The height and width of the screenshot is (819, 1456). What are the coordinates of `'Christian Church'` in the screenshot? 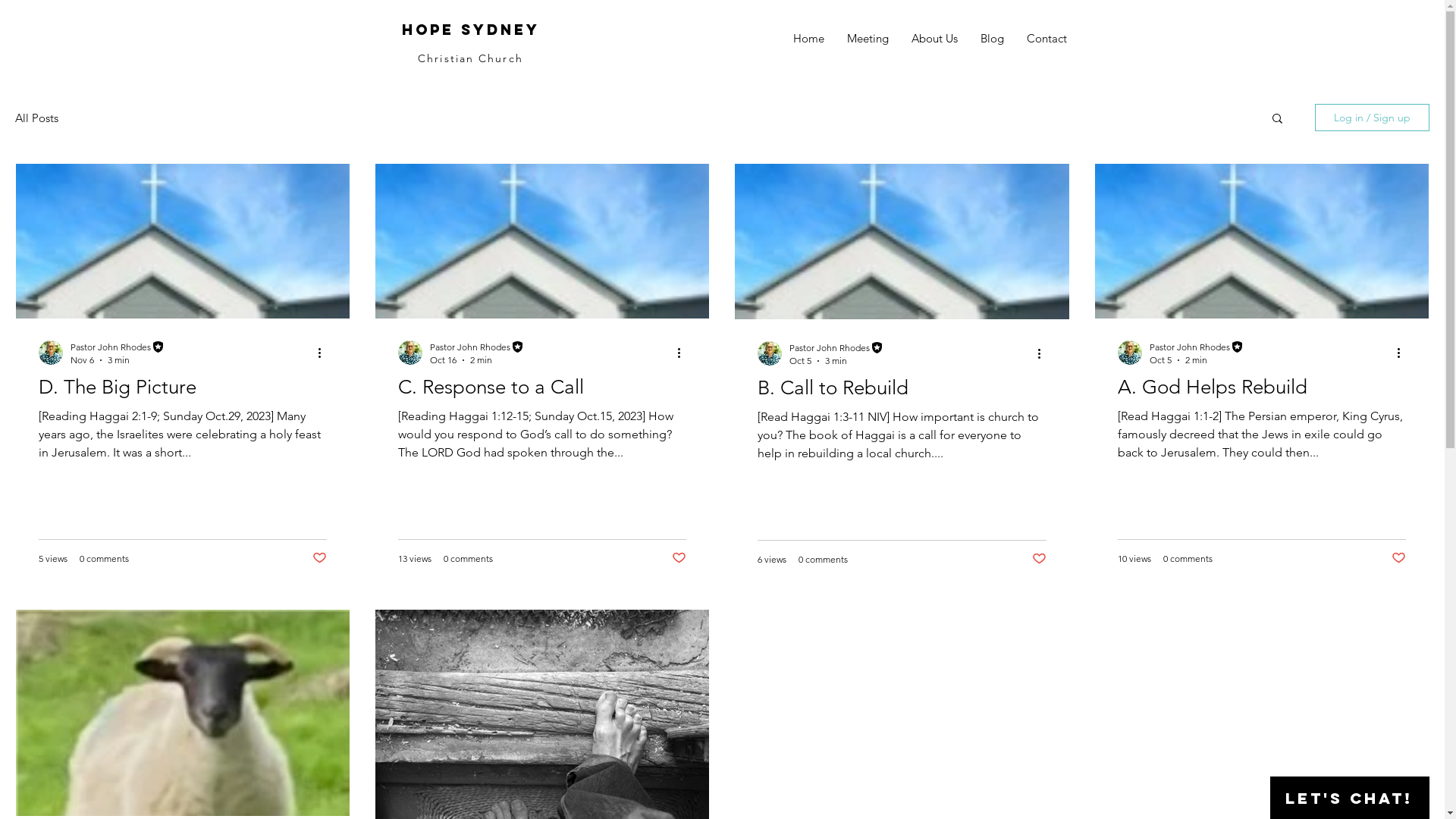 It's located at (469, 58).